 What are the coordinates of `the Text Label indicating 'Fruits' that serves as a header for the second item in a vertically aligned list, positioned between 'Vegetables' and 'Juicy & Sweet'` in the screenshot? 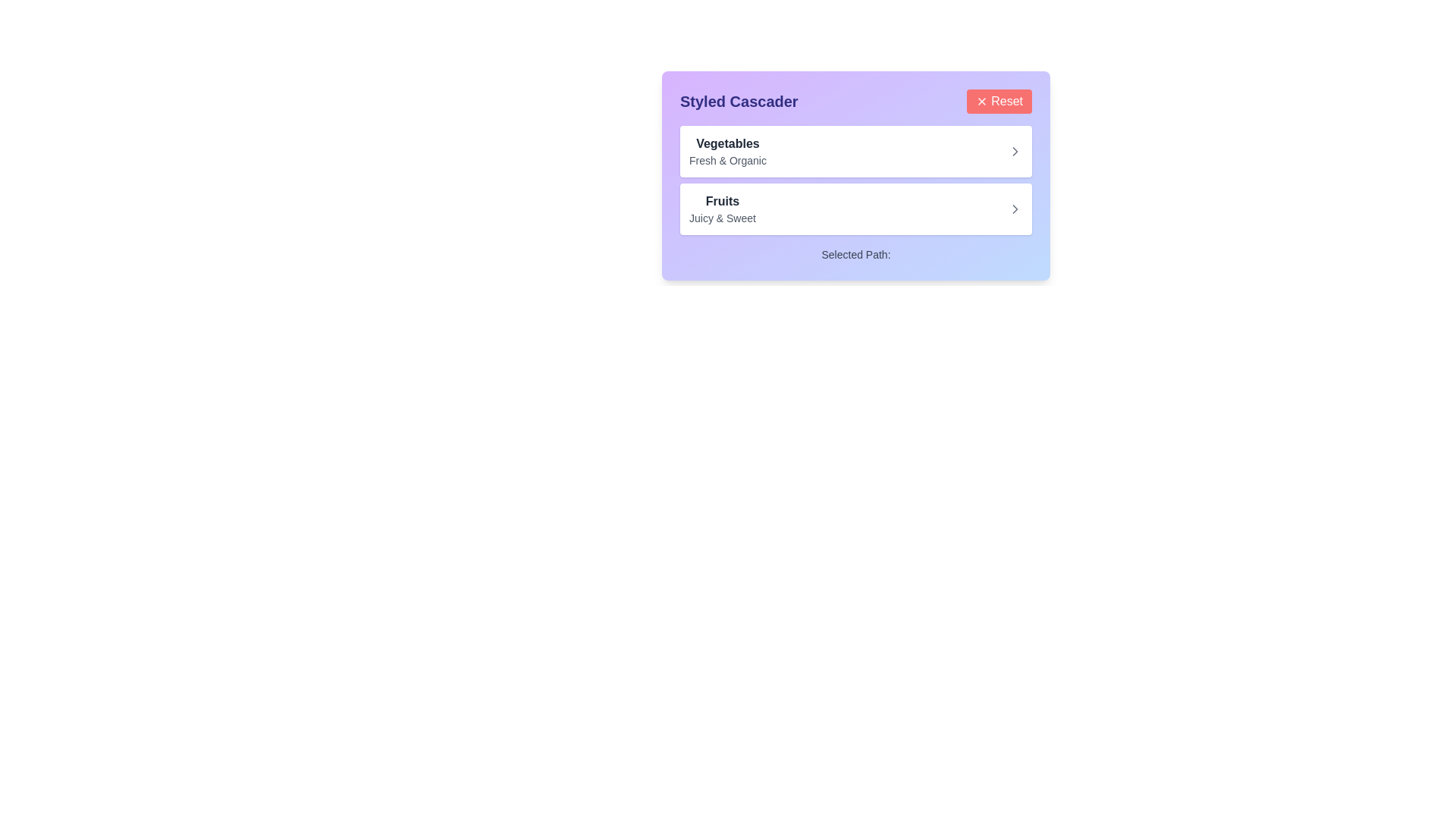 It's located at (721, 201).